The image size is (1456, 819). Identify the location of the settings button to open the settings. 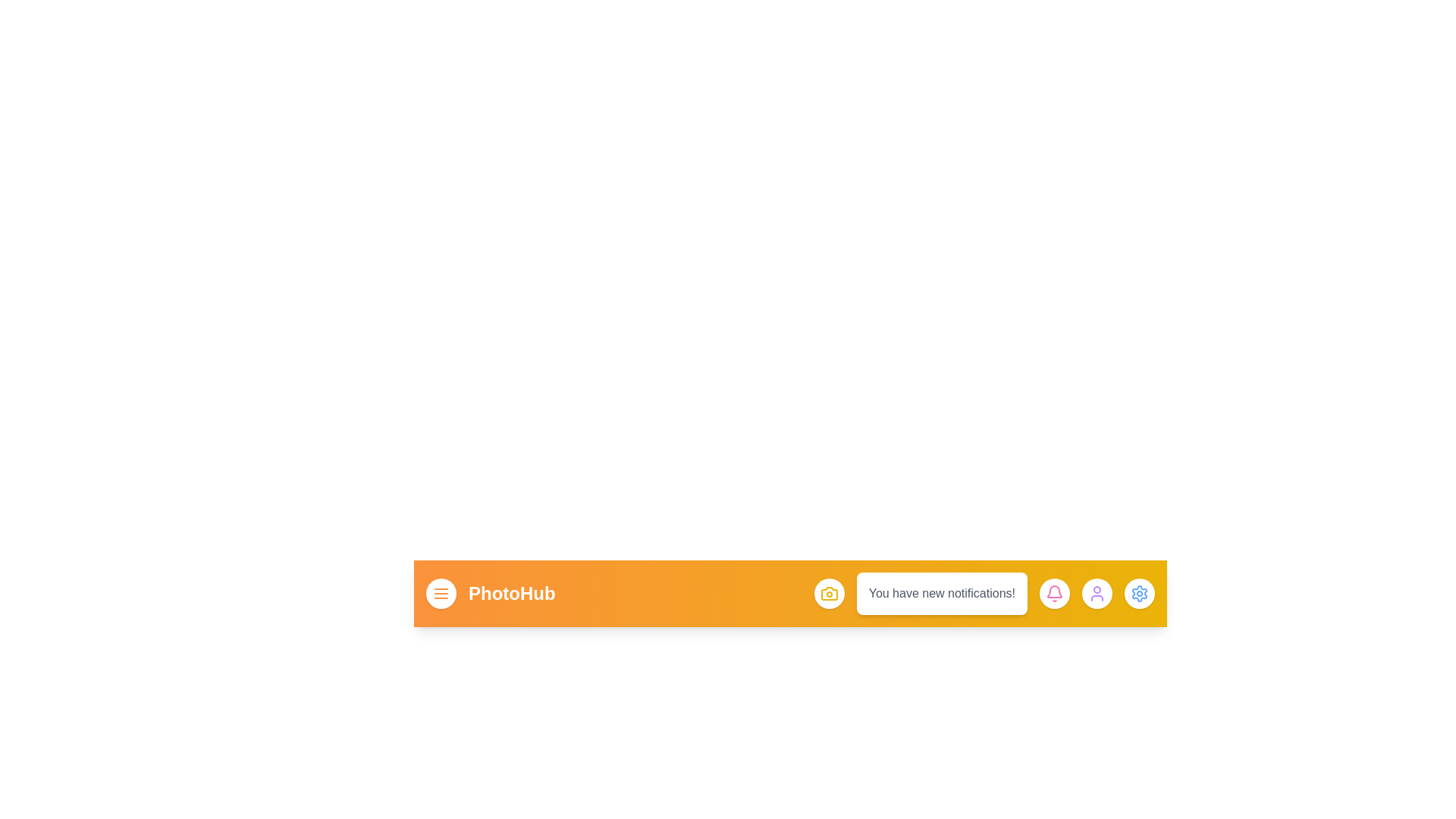
(1139, 593).